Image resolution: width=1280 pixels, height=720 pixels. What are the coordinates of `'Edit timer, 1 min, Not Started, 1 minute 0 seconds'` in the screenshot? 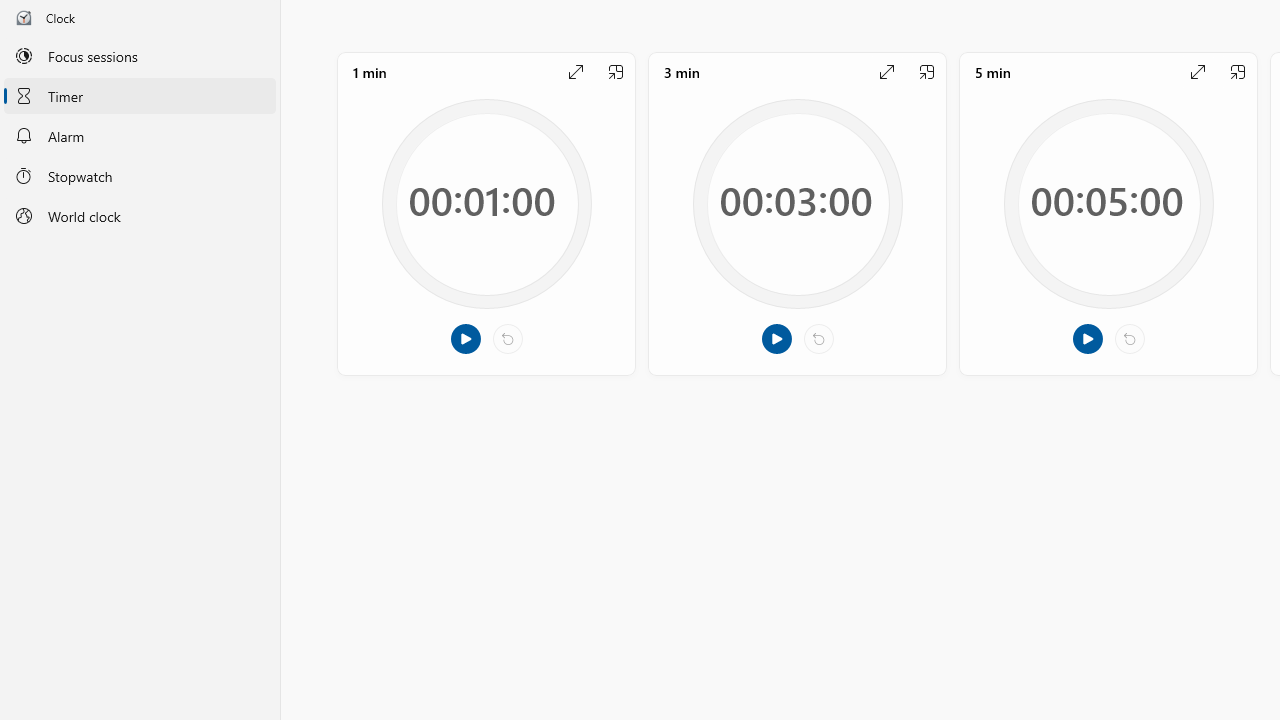 It's located at (486, 213).